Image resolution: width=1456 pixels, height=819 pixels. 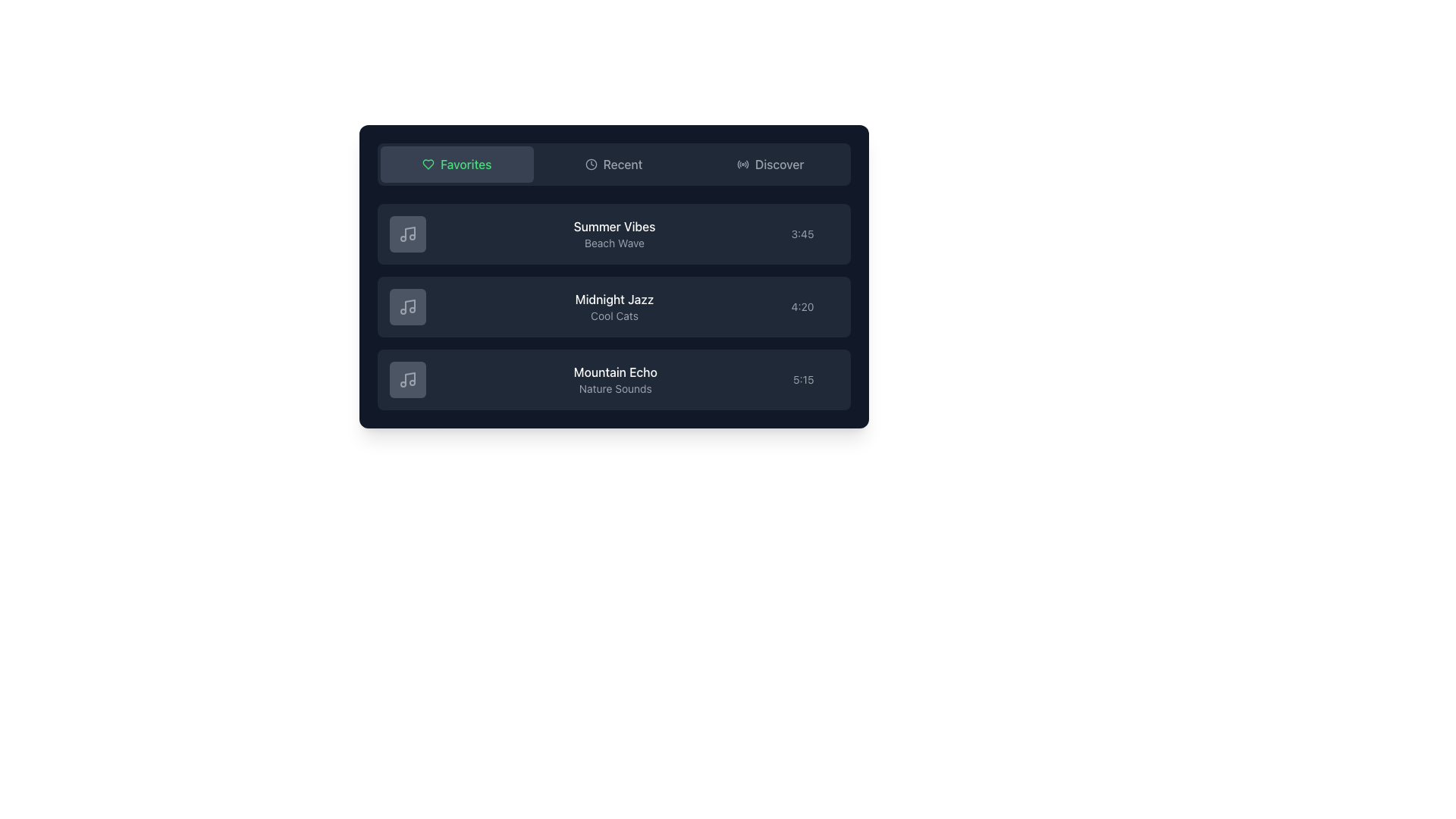 What do you see at coordinates (590, 164) in the screenshot?
I see `the 'Recent' tab by clicking on the clock icon that is part of the tab, which is centrally positioned among three tabs` at bounding box center [590, 164].